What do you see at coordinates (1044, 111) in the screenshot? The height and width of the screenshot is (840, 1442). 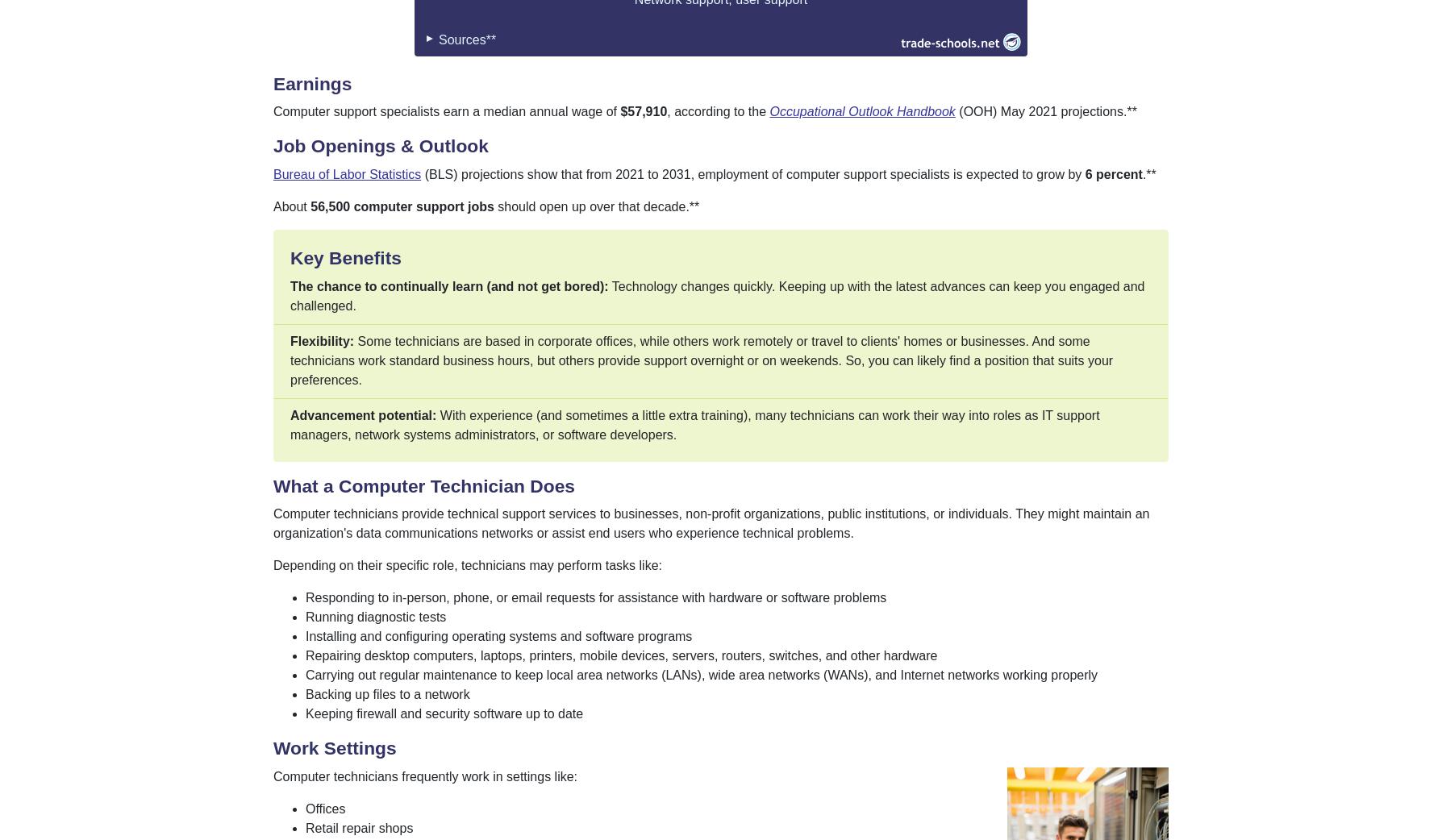 I see `'(OOH) May 2021 projections.**'` at bounding box center [1044, 111].